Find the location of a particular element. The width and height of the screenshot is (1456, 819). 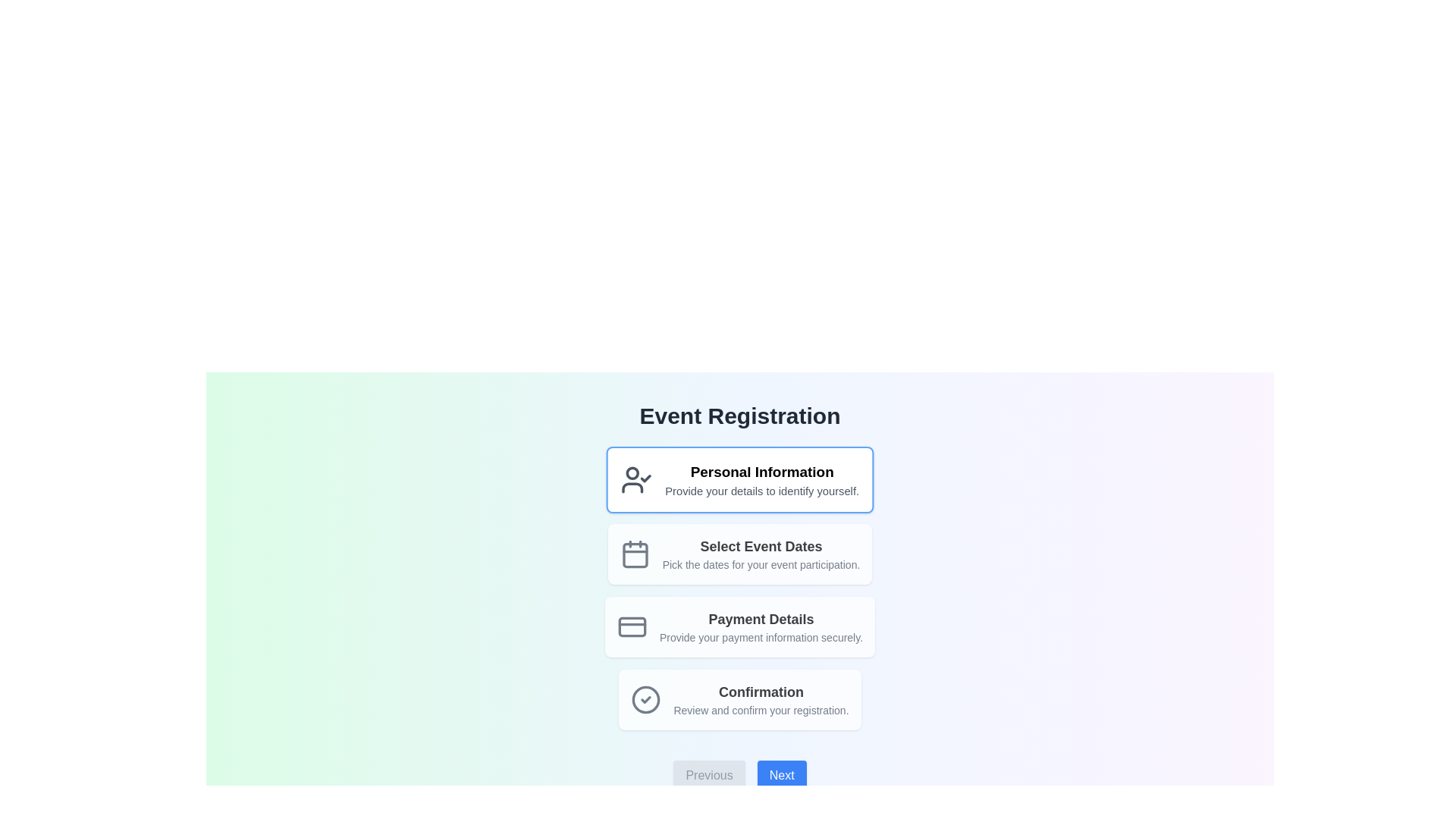

the informational card that serves as a section header for filling in payment details in the form, positioned as the third section in the vertically stacked list is located at coordinates (739, 626).